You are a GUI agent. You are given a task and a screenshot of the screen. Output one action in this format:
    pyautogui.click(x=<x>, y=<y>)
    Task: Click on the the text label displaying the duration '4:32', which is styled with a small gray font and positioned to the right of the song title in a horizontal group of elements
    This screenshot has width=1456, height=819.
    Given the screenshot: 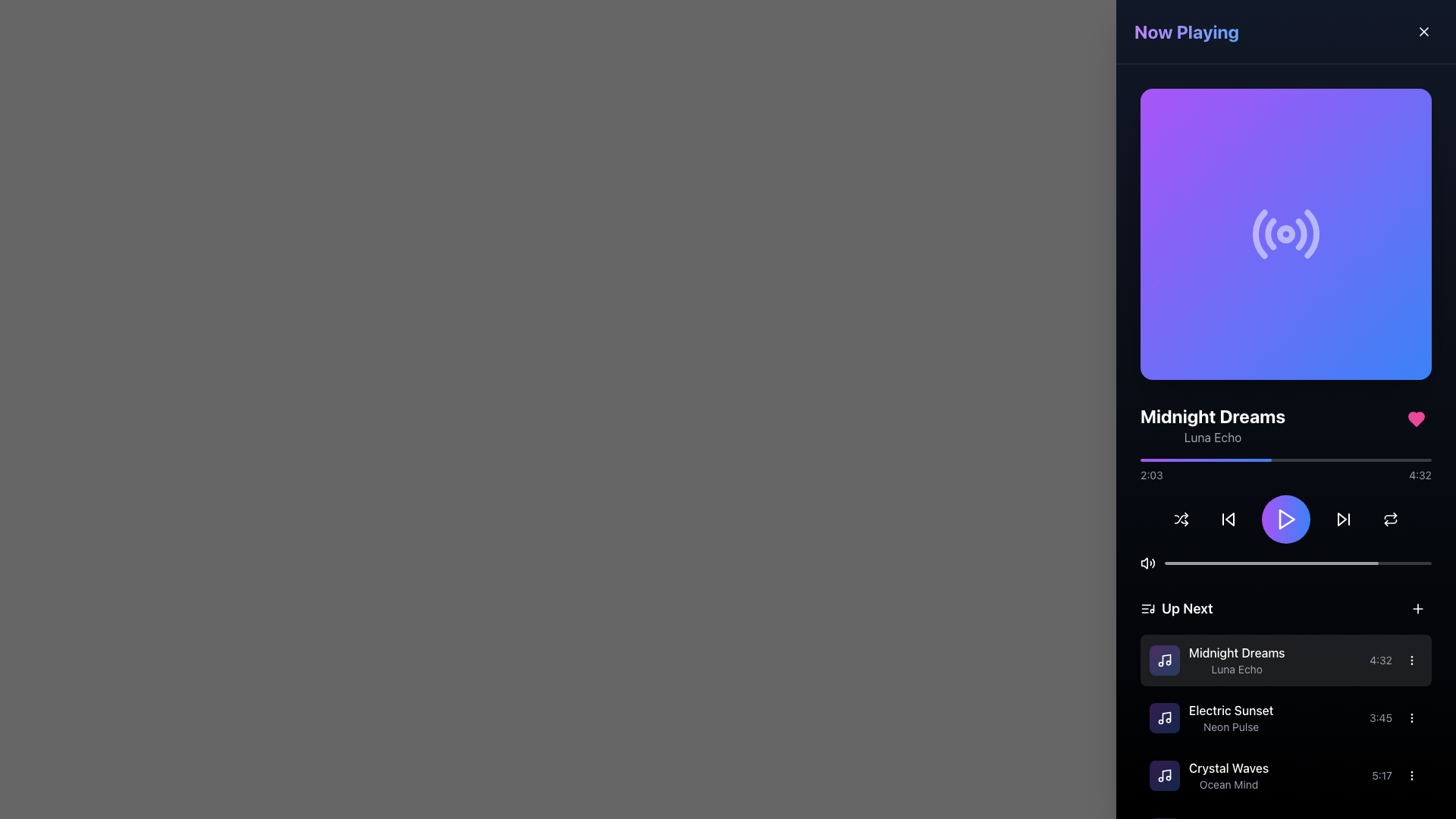 What is the action you would take?
    pyautogui.click(x=1381, y=660)
    